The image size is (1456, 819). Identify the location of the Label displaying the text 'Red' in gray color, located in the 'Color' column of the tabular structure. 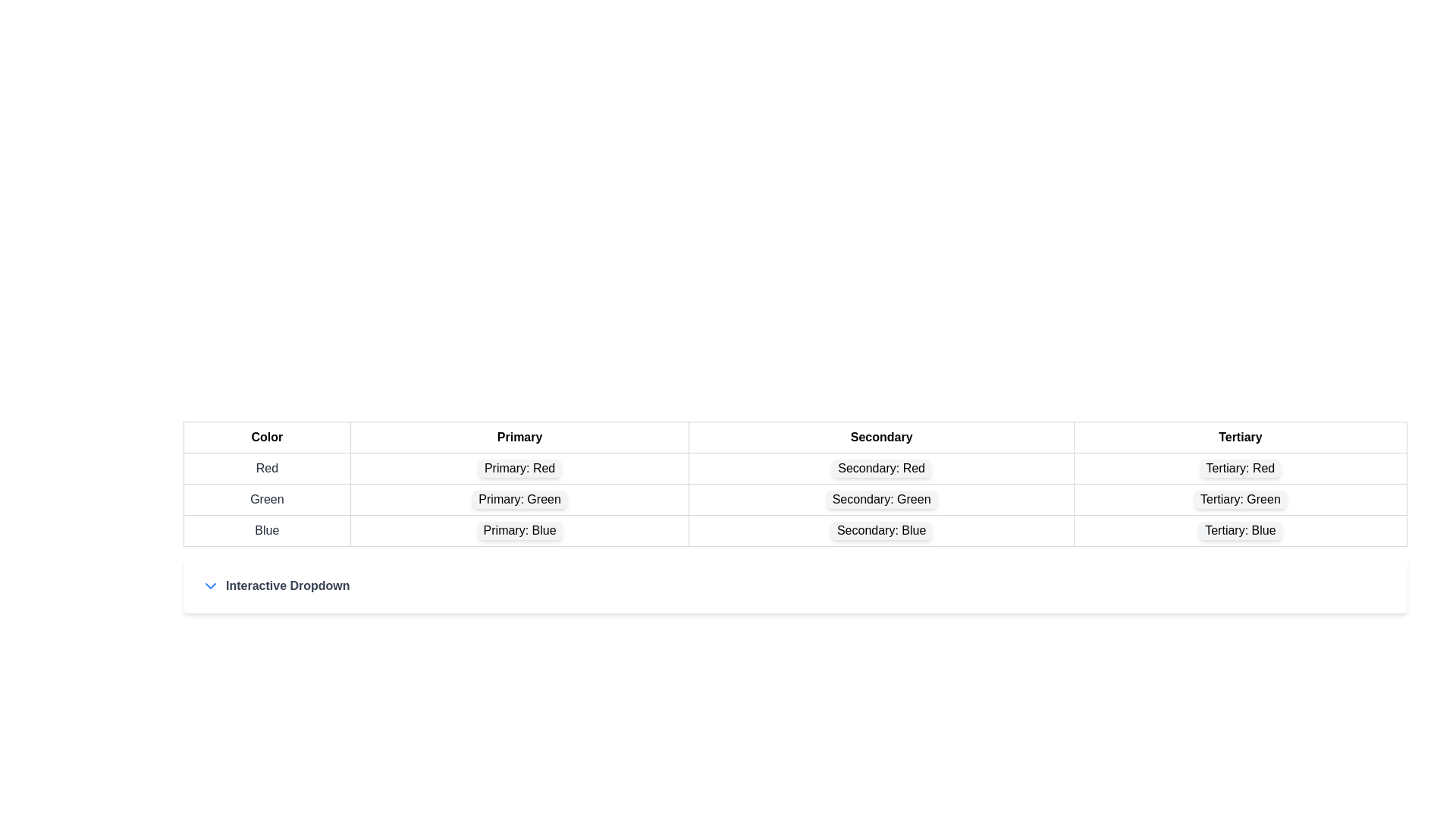
(267, 467).